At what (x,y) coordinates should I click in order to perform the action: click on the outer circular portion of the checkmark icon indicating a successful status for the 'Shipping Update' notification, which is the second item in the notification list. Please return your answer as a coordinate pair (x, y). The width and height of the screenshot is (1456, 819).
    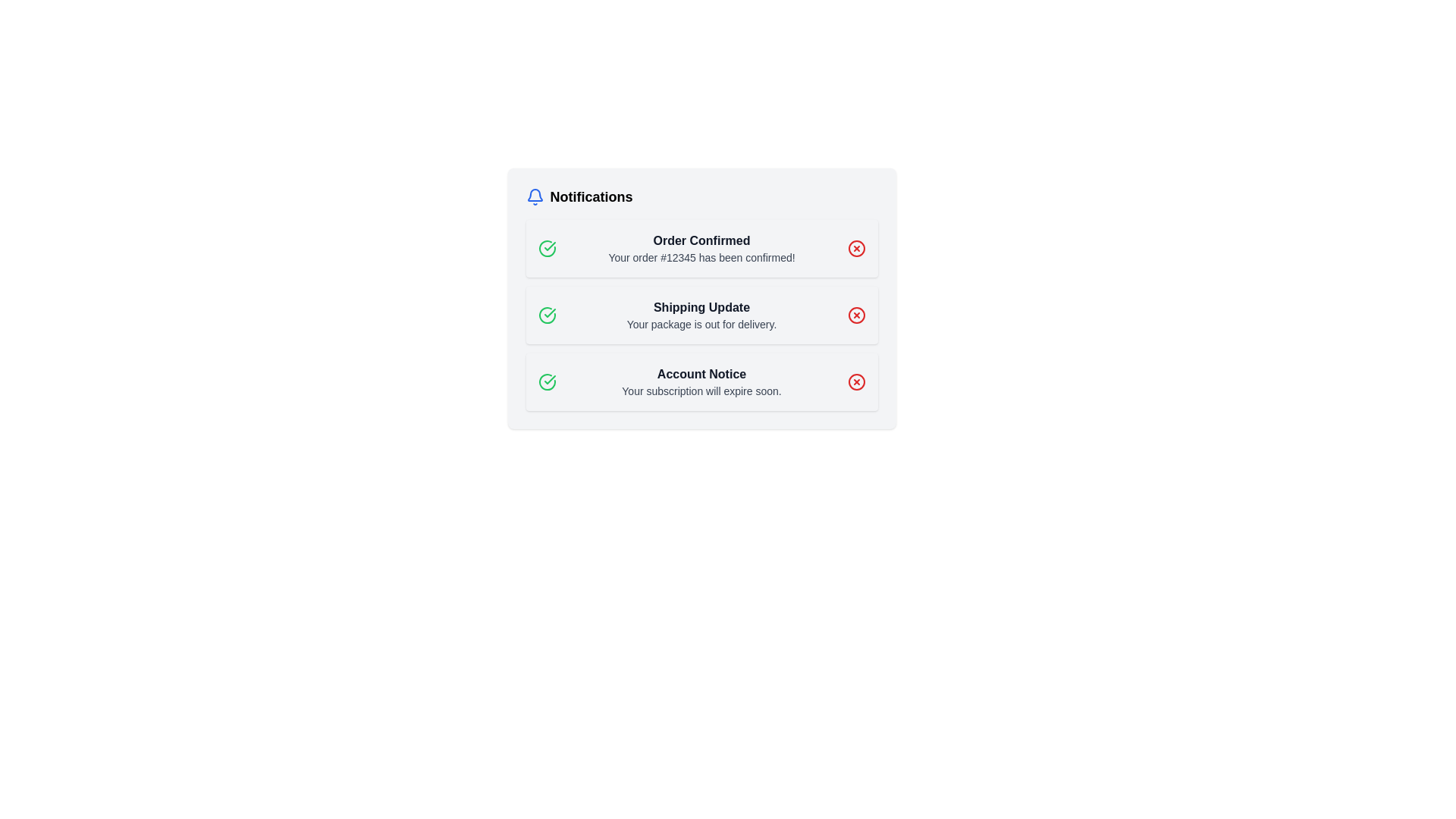
    Looking at the image, I should click on (546, 247).